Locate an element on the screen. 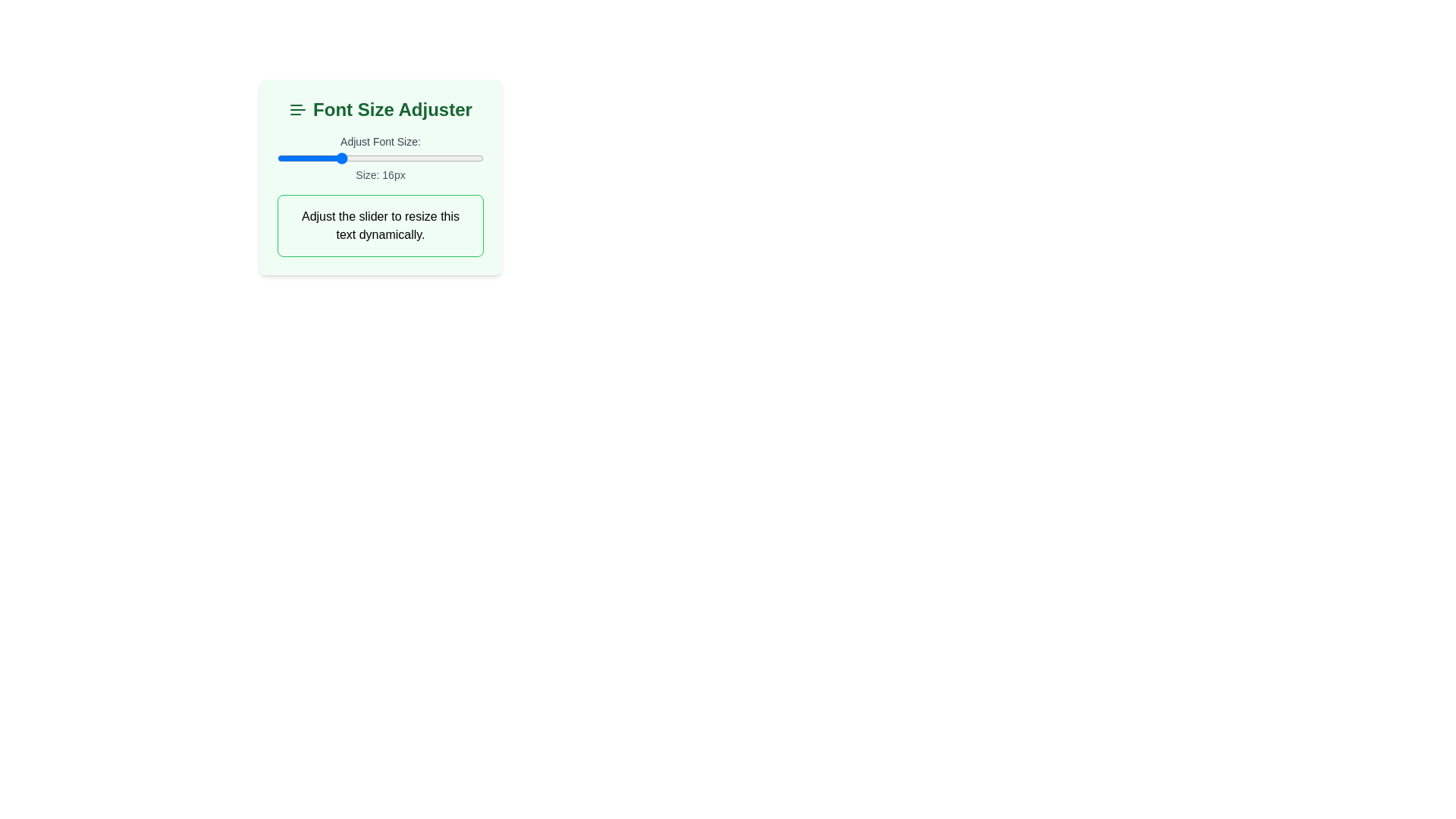  the slider to set the font size to 11 px is located at coordinates (287, 158).